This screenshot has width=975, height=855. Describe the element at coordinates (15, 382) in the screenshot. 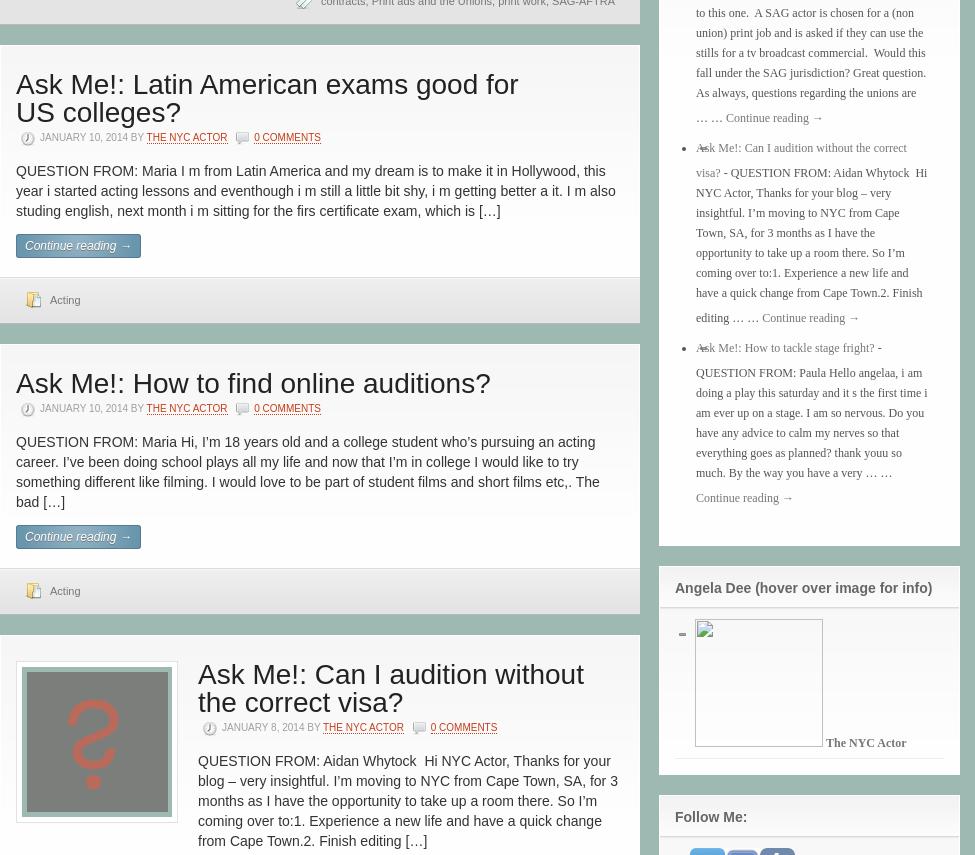

I see `'Ask Me!: How to find online auditions?'` at that location.